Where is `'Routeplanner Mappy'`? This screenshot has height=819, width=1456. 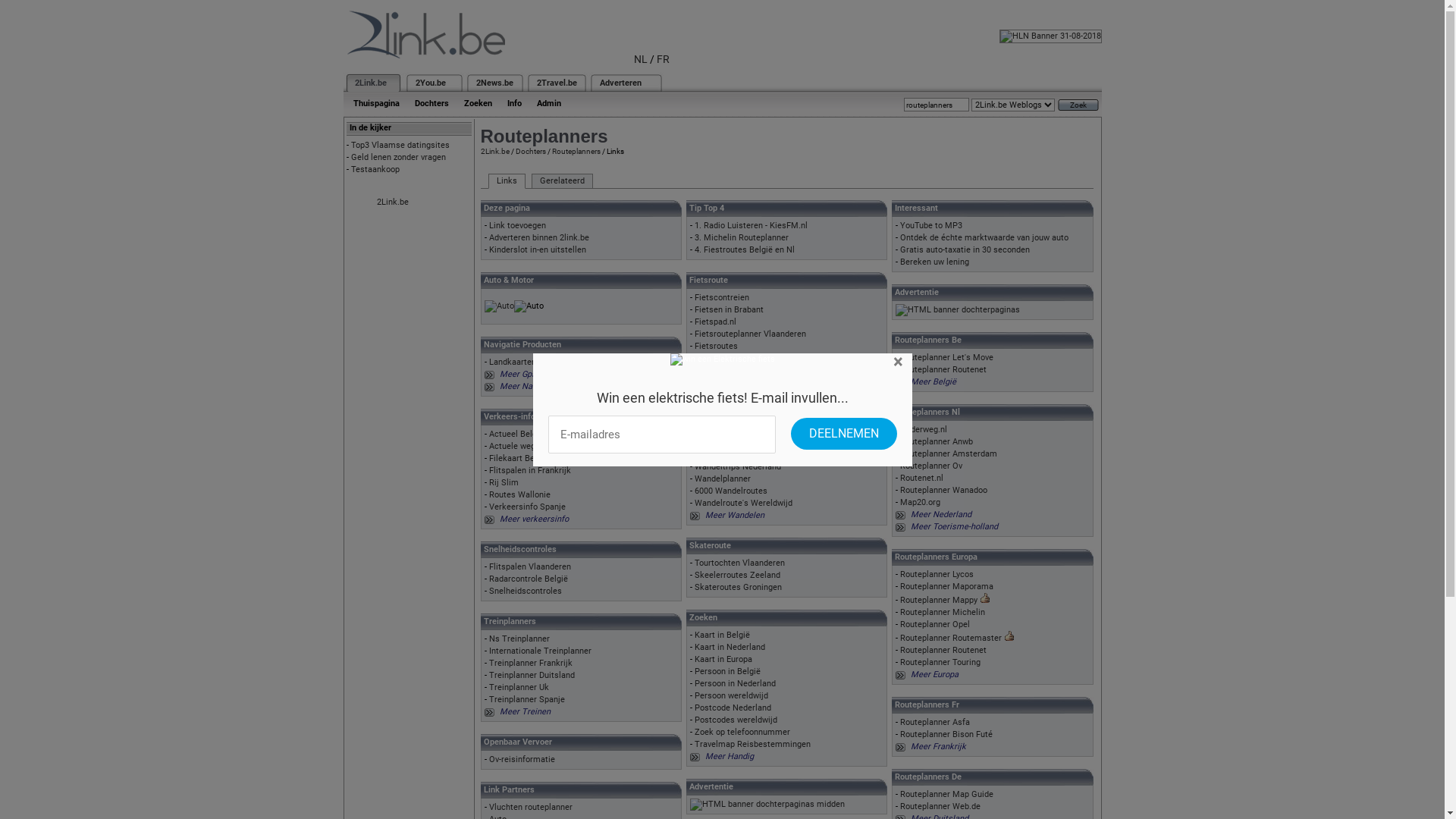
'Routeplanner Mappy' is located at coordinates (938, 599).